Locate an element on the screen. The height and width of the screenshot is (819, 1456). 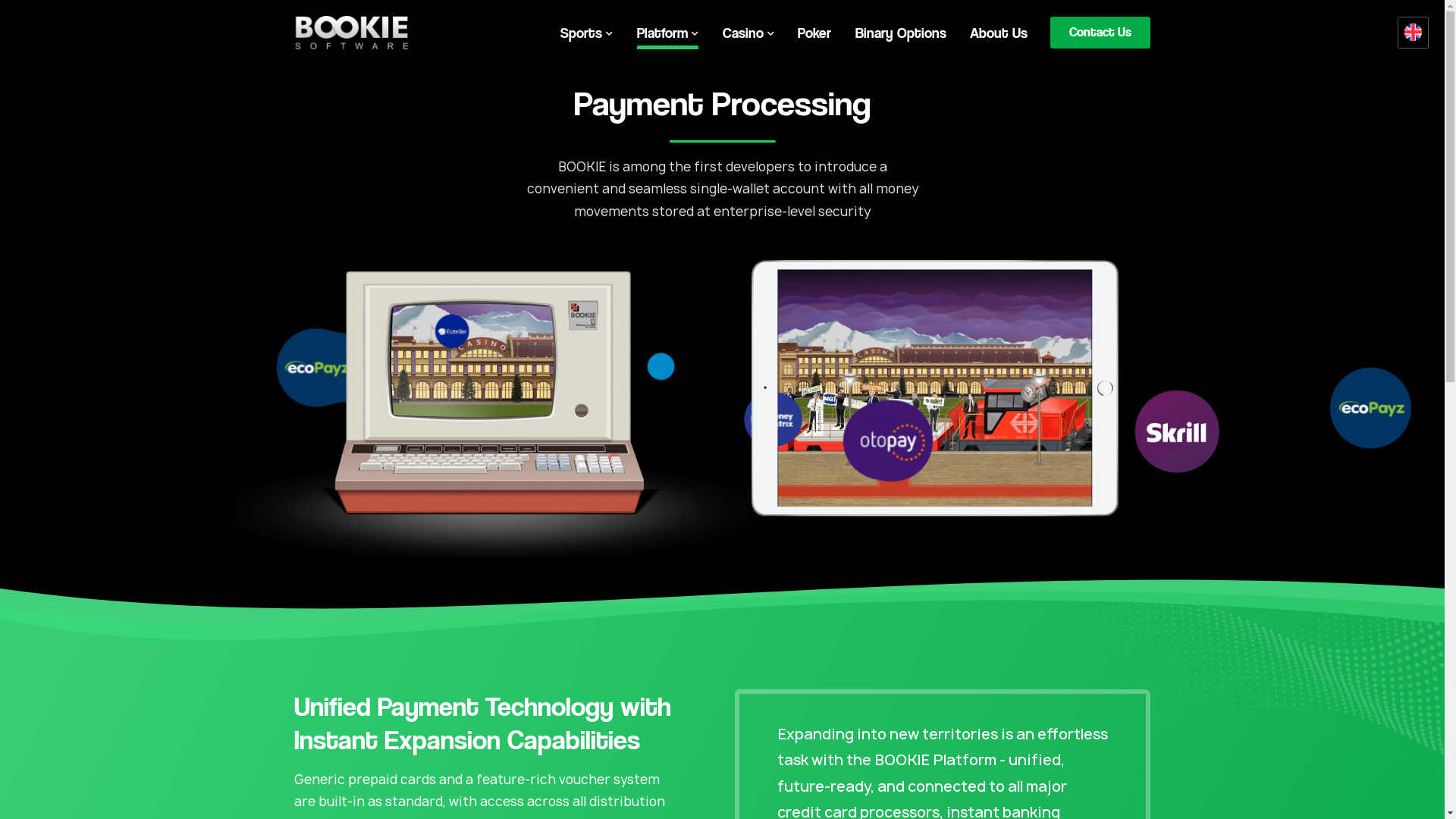
'Sports' is located at coordinates (498, 29).